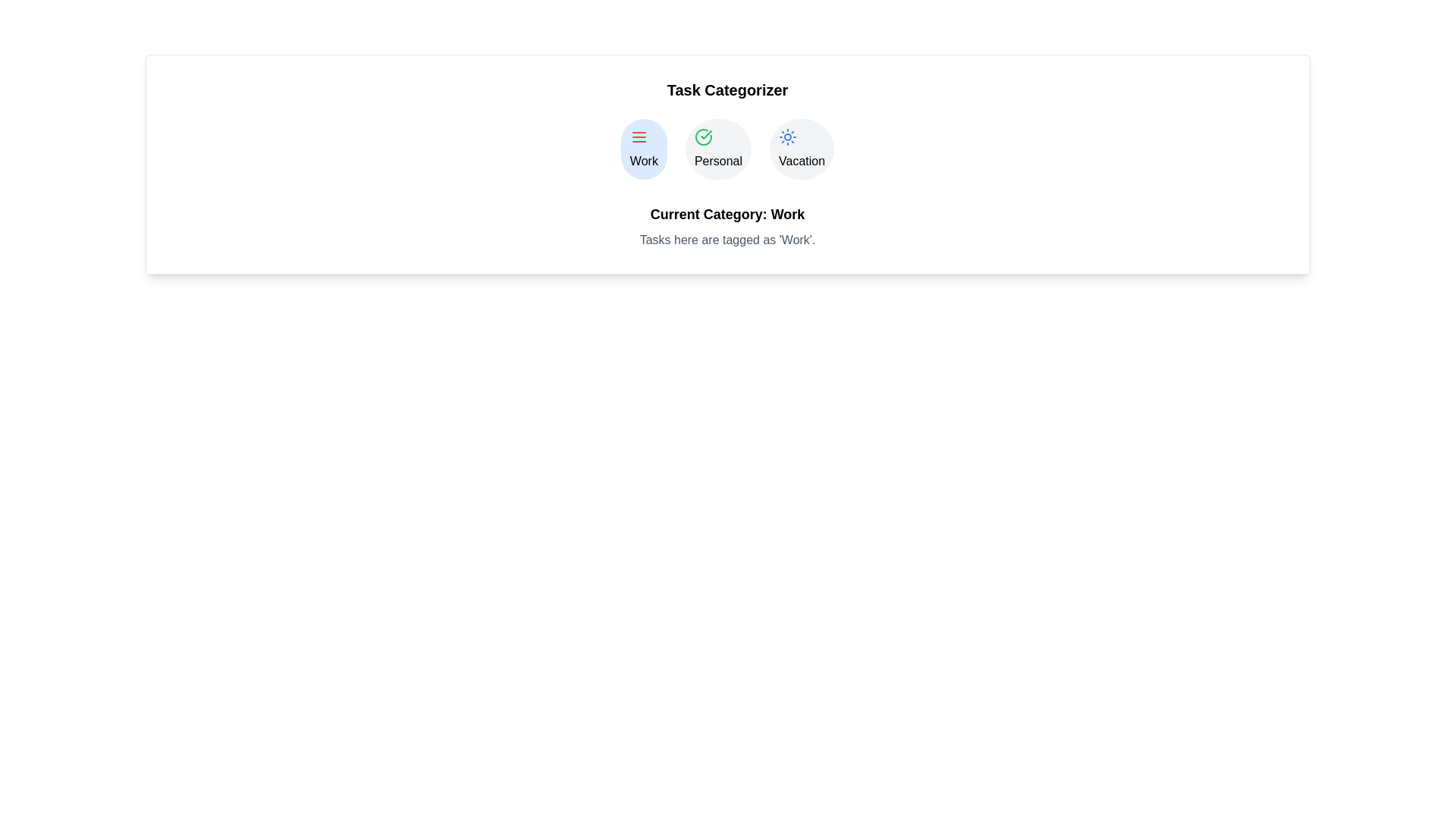 This screenshot has width=1456, height=819. I want to click on the circular button labeled 'Personal' with a green checkmark to observe potential hover effects, so click(717, 149).